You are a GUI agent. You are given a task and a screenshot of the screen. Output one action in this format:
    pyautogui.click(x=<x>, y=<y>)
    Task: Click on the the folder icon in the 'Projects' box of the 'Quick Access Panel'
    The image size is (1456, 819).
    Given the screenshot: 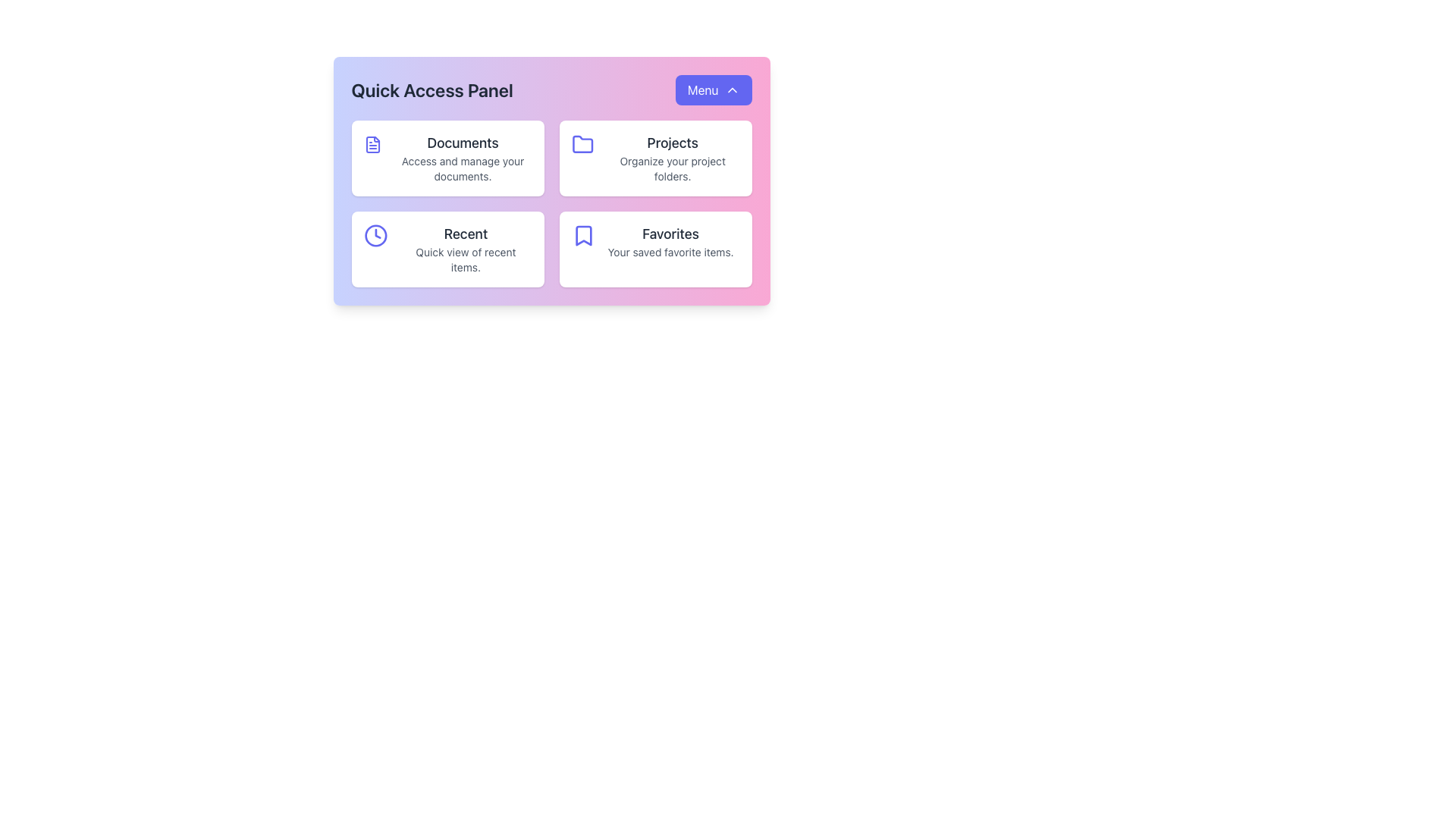 What is the action you would take?
    pyautogui.click(x=582, y=145)
    